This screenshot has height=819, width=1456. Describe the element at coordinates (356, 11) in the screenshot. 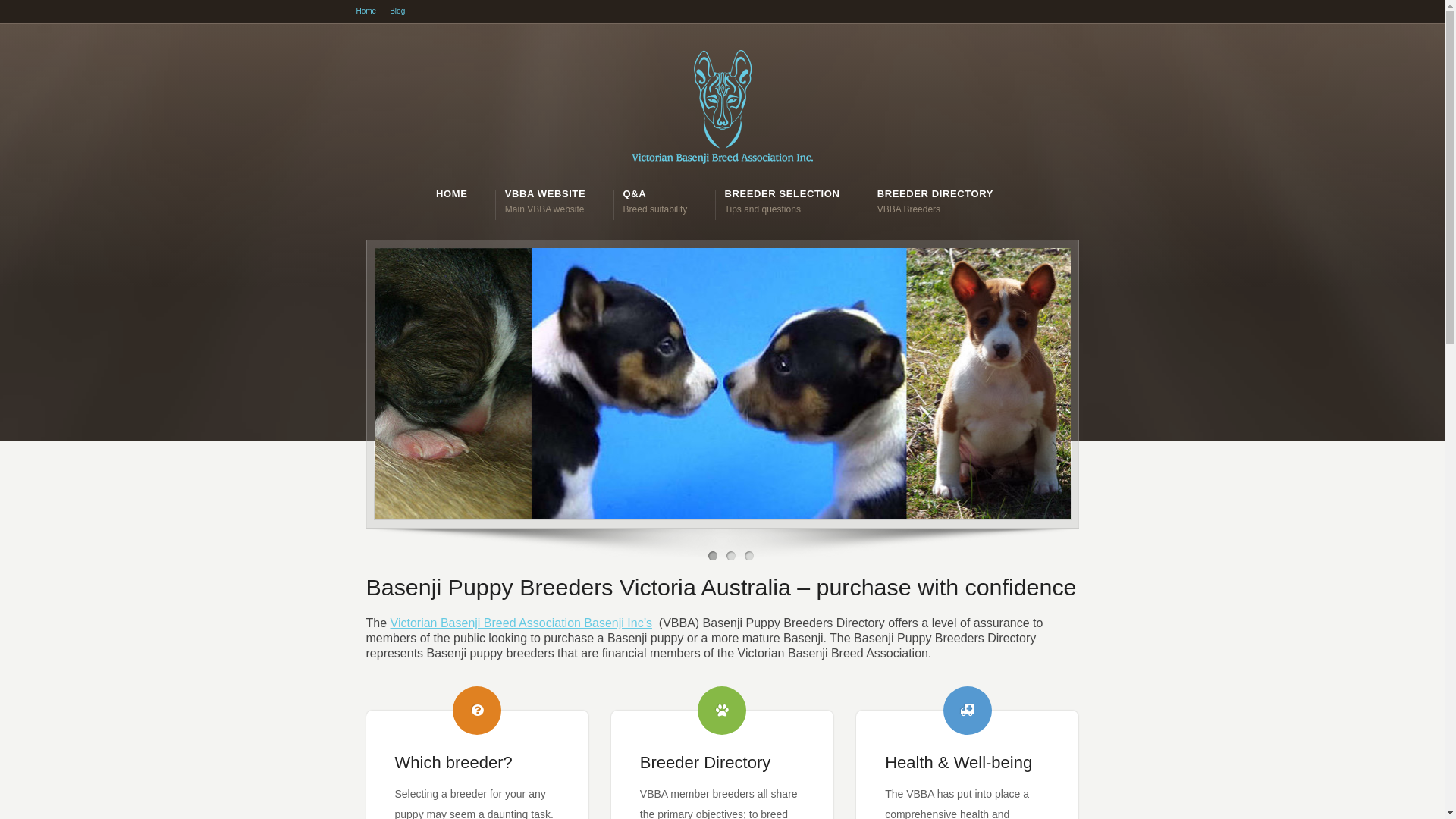

I see `'Home'` at that location.